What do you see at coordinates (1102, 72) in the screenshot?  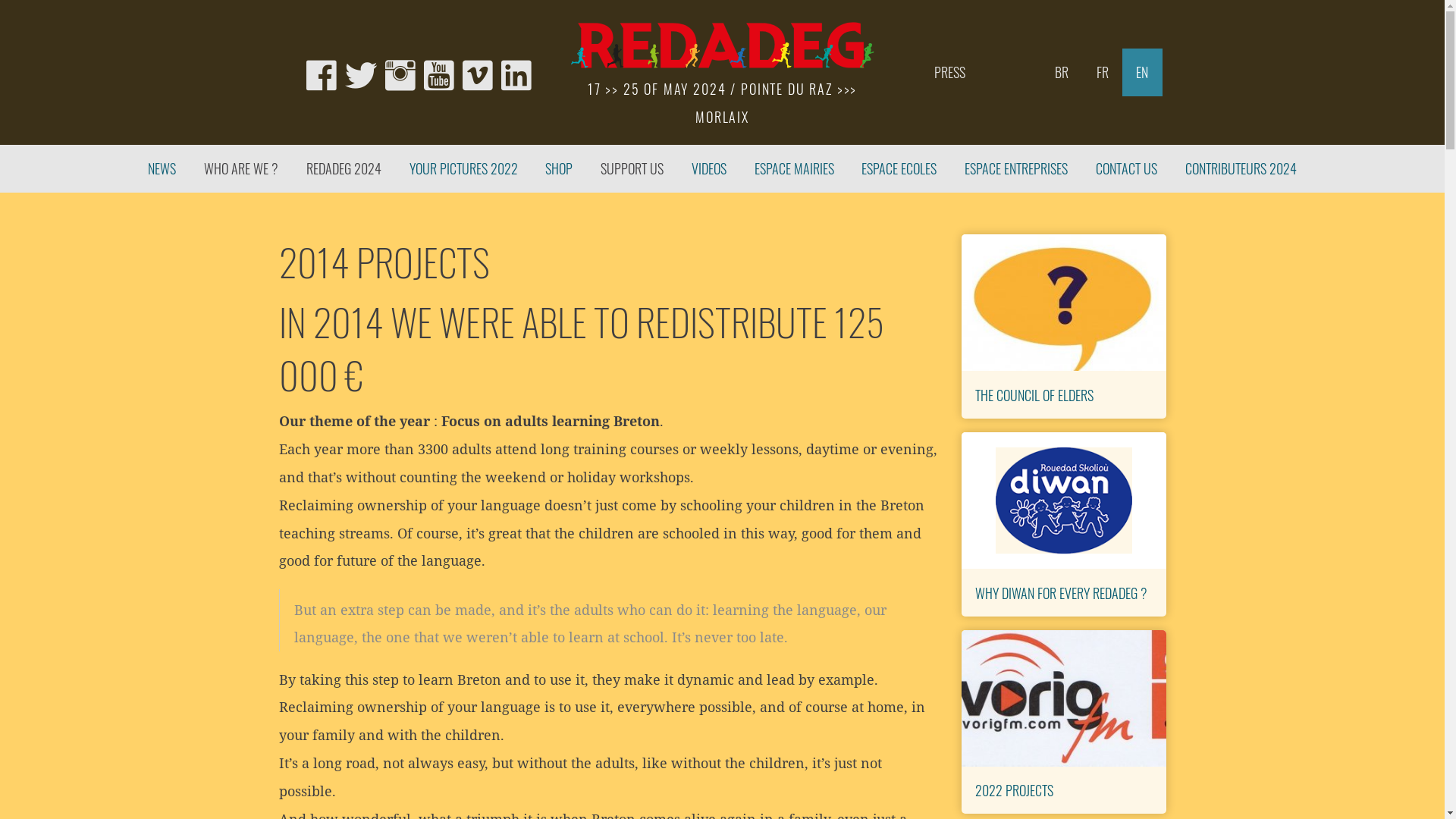 I see `'FR'` at bounding box center [1102, 72].